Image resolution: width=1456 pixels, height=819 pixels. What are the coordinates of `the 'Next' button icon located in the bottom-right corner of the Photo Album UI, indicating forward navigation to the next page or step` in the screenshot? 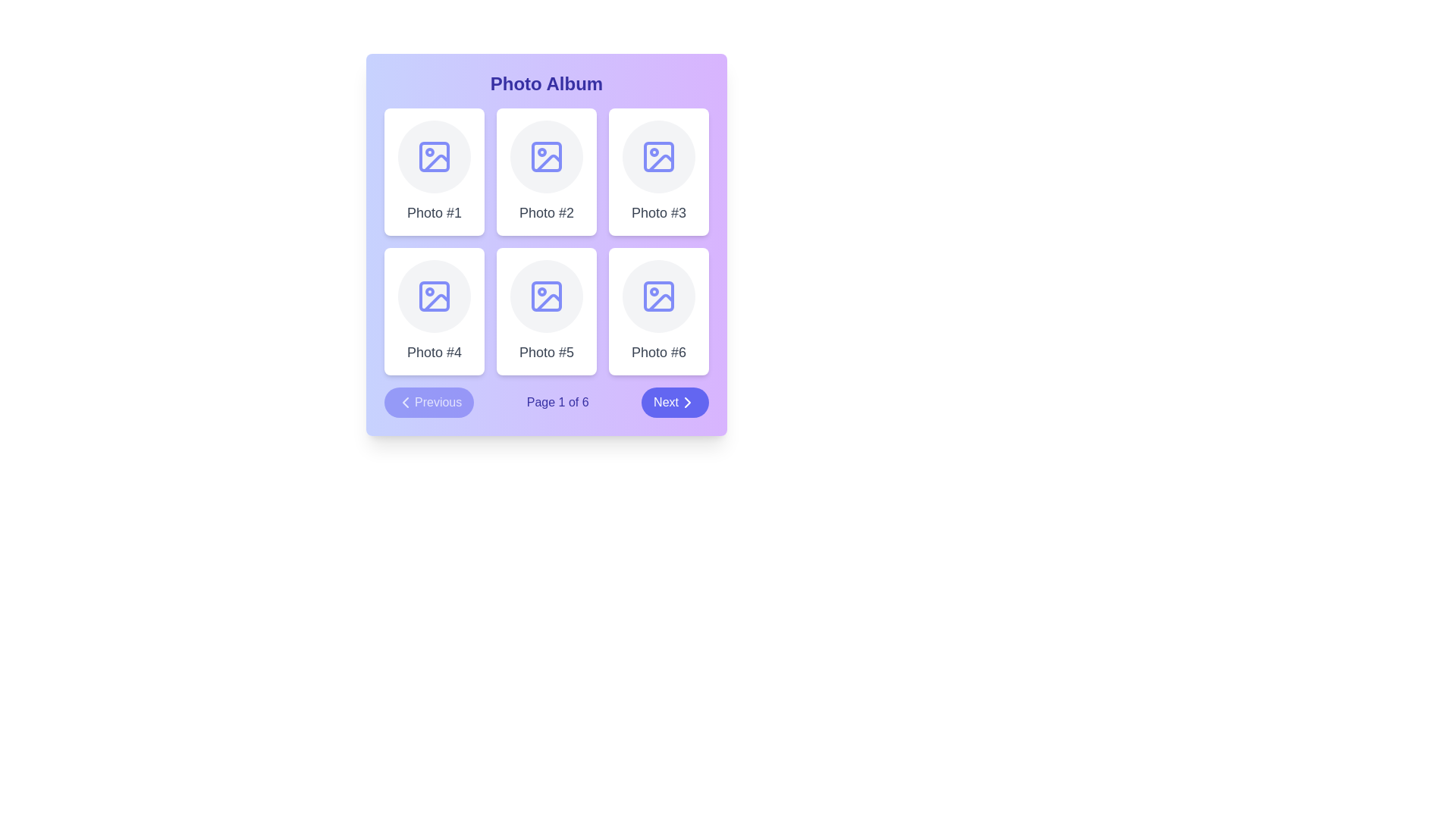 It's located at (687, 402).